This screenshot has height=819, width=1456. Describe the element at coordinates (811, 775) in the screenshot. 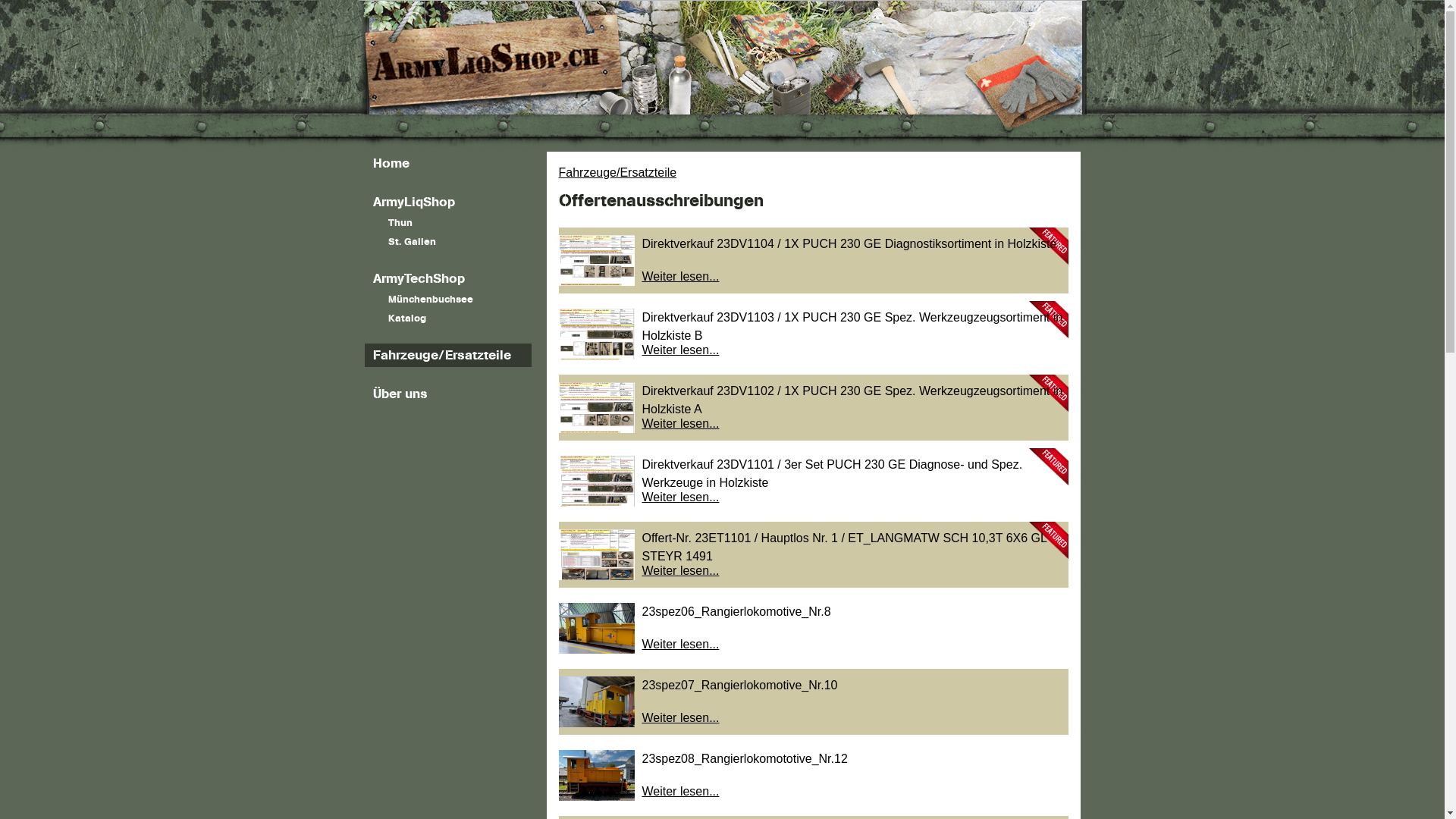

I see `'23spez08_Rangierlokomototive_Nr.12` at that location.